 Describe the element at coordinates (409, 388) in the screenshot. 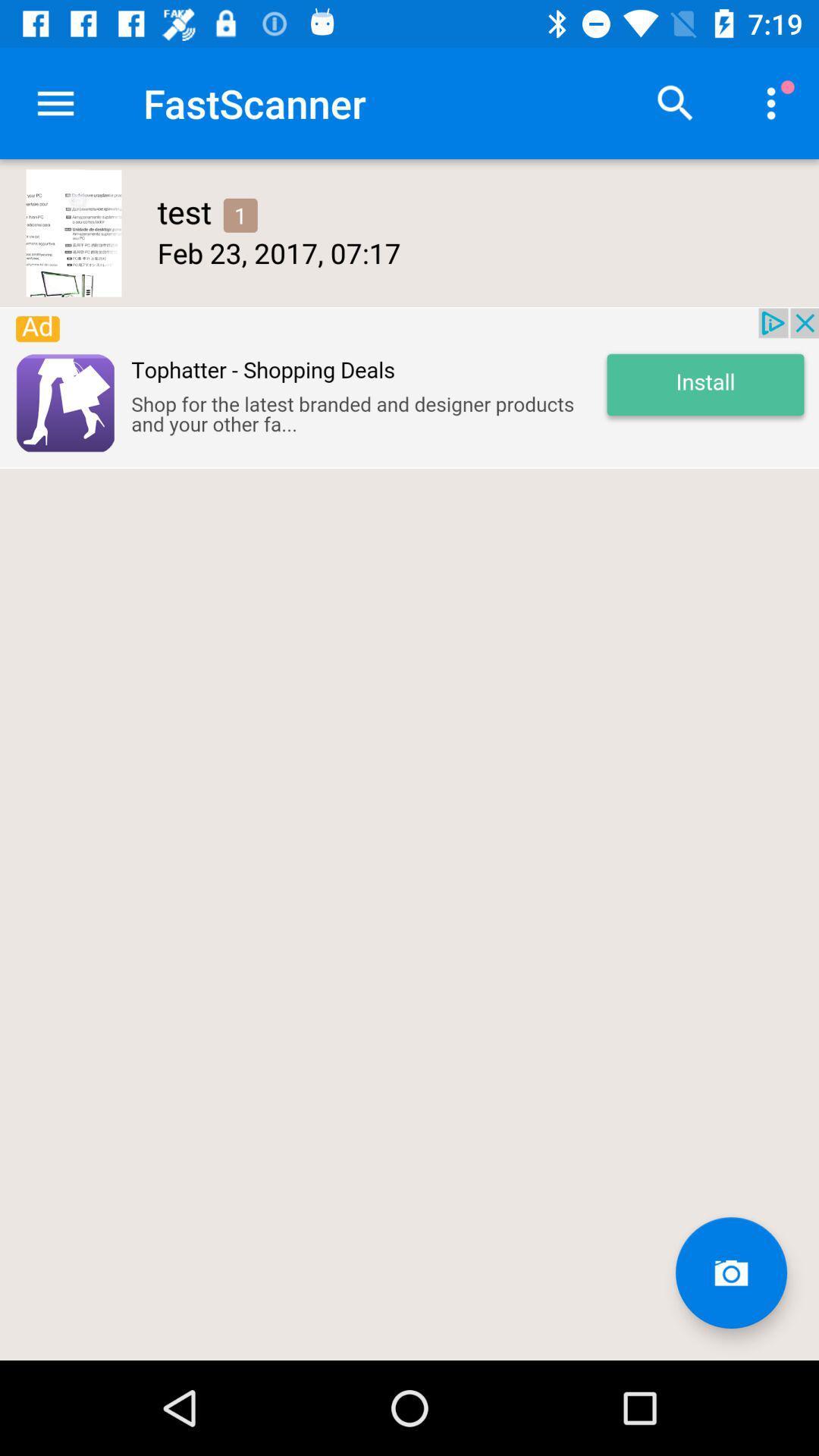

I see `visit advertiser` at that location.